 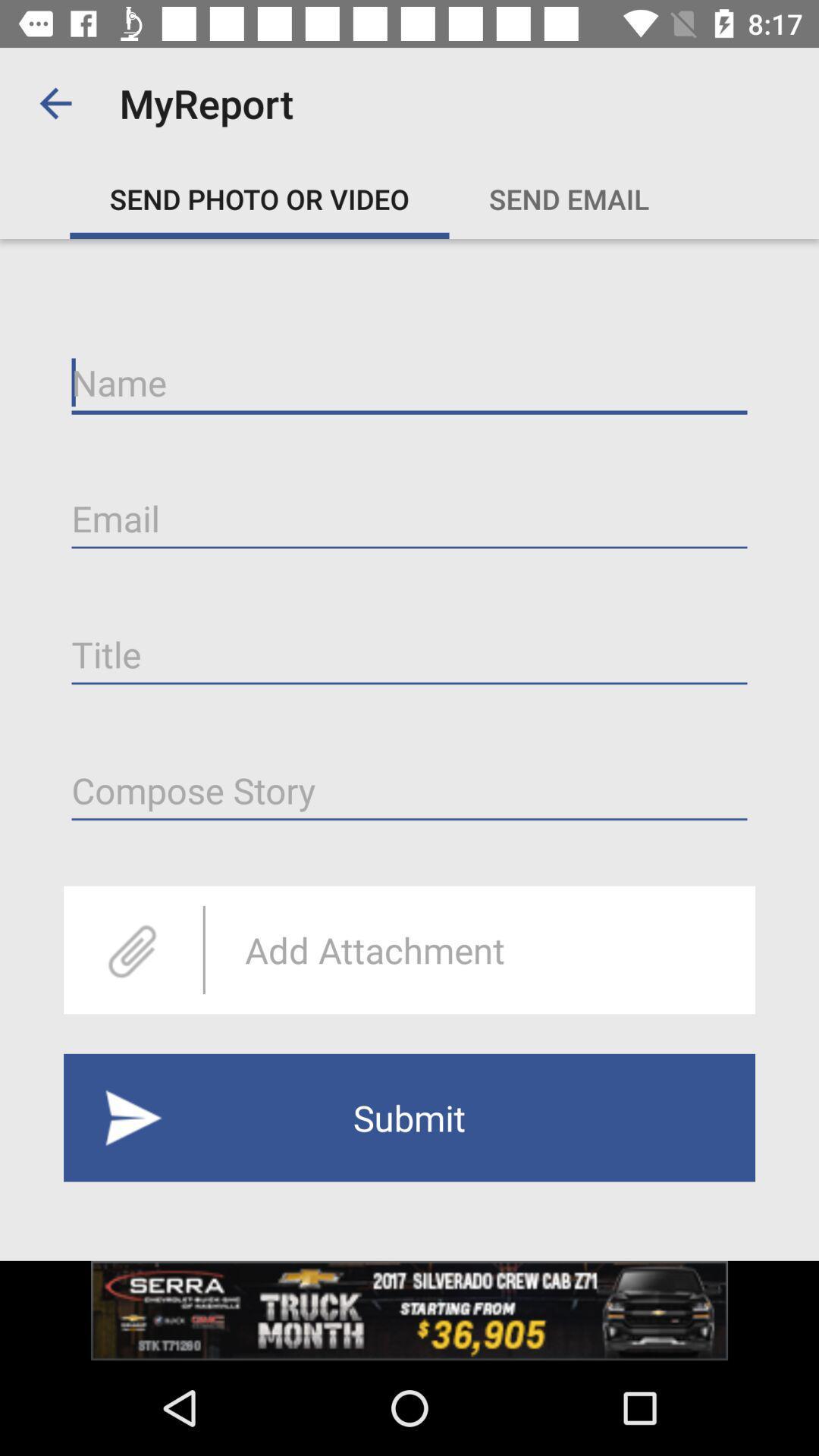 What do you see at coordinates (409, 790) in the screenshot?
I see `value` at bounding box center [409, 790].